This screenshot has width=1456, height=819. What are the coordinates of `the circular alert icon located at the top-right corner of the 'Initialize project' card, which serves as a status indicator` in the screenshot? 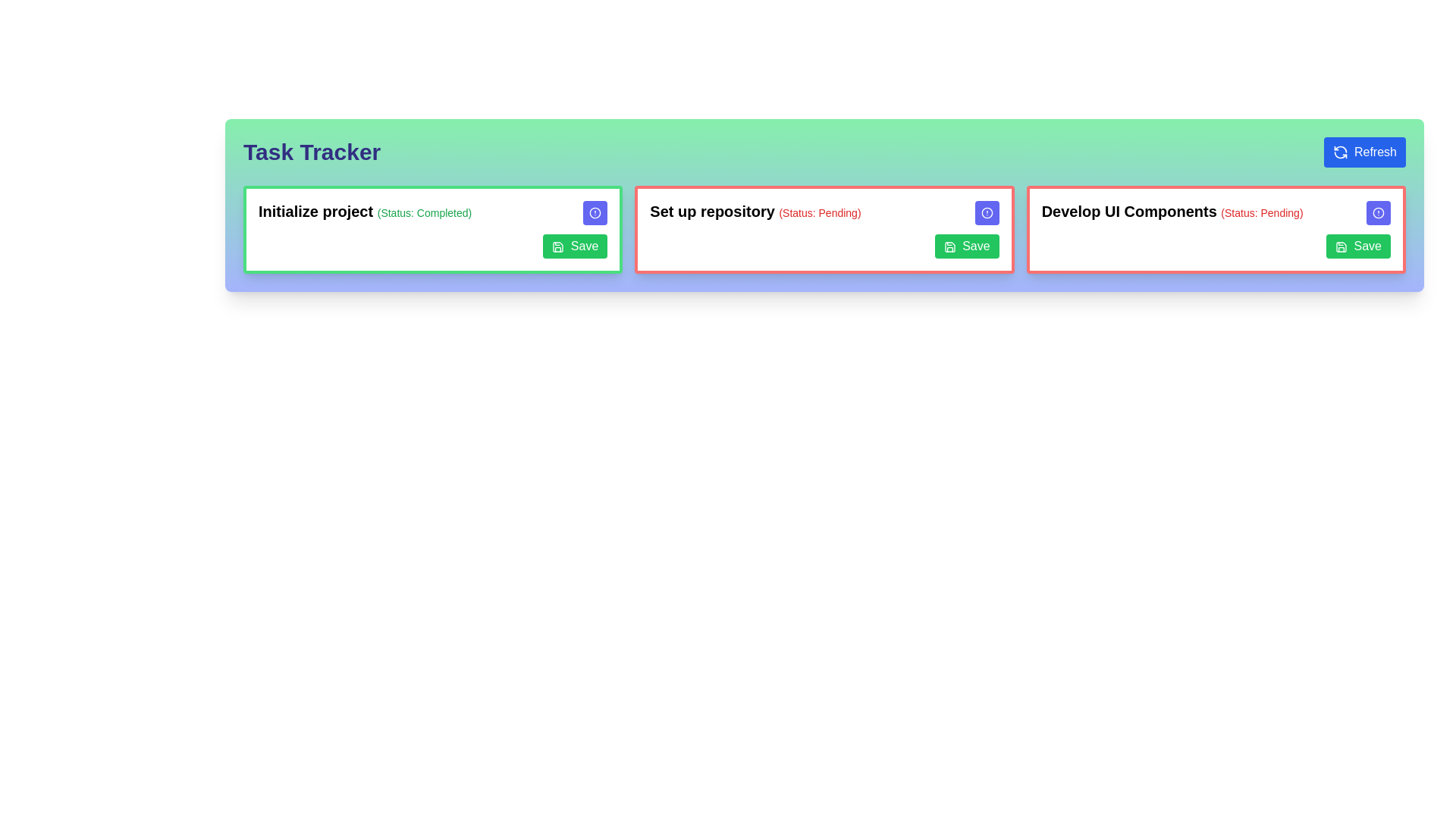 It's located at (595, 213).